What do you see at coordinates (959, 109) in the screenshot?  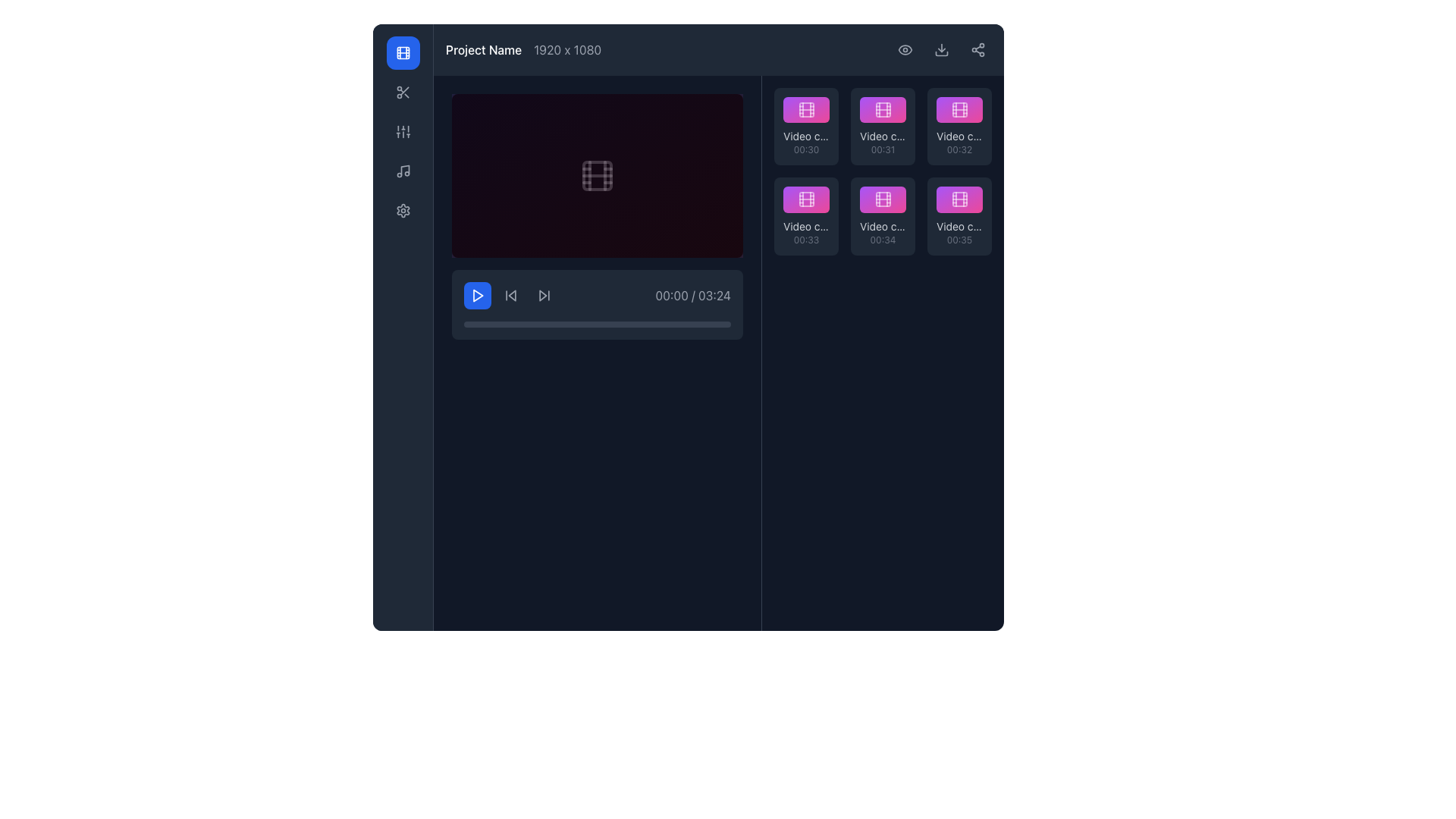 I see `the square icon with rounded corners that represents the video thumbnail labeled 'Video 00:32', located in the second column of the grid layout` at bounding box center [959, 109].